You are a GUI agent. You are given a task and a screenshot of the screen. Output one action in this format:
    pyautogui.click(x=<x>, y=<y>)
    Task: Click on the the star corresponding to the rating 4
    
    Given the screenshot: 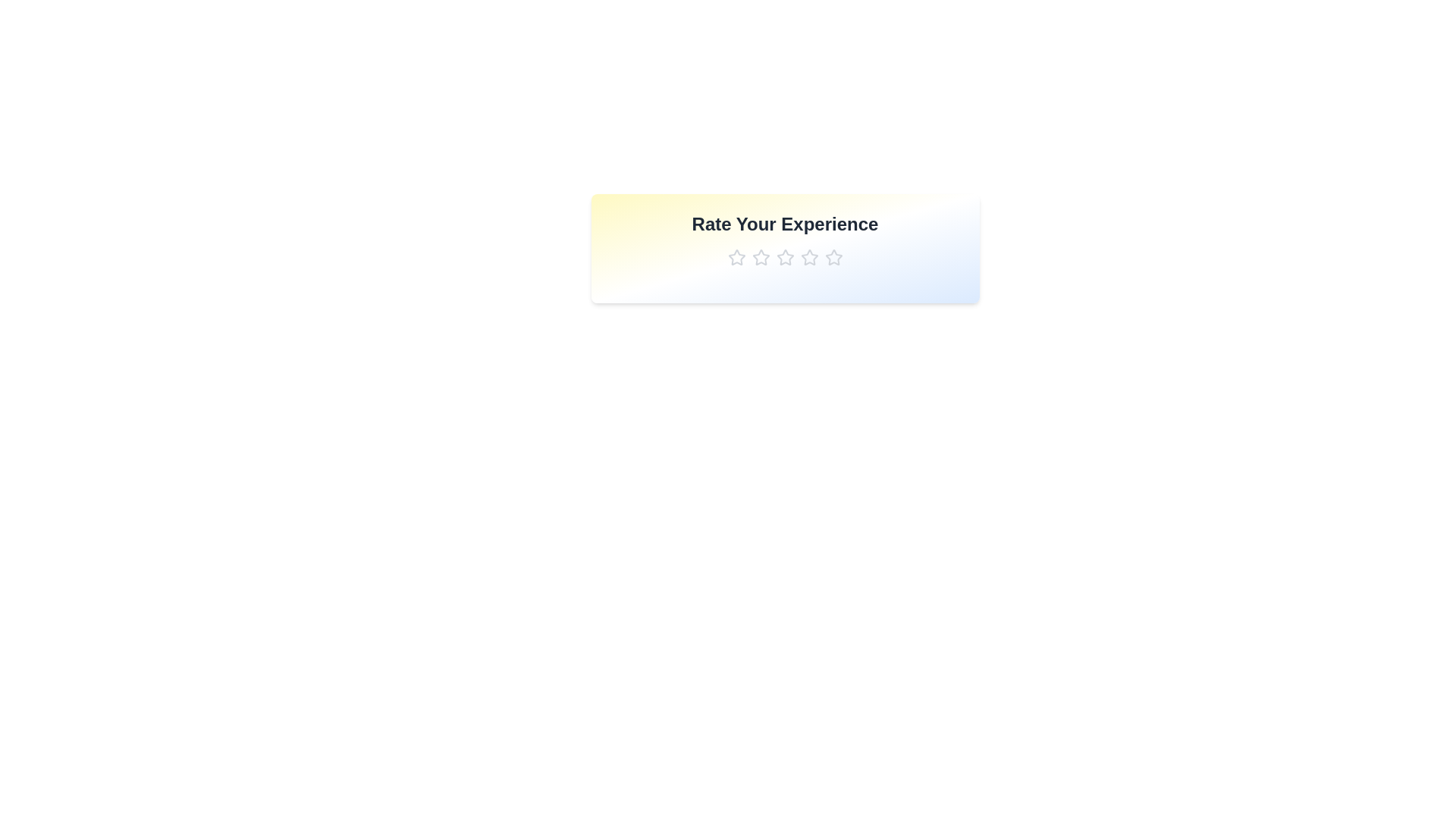 What is the action you would take?
    pyautogui.click(x=808, y=256)
    